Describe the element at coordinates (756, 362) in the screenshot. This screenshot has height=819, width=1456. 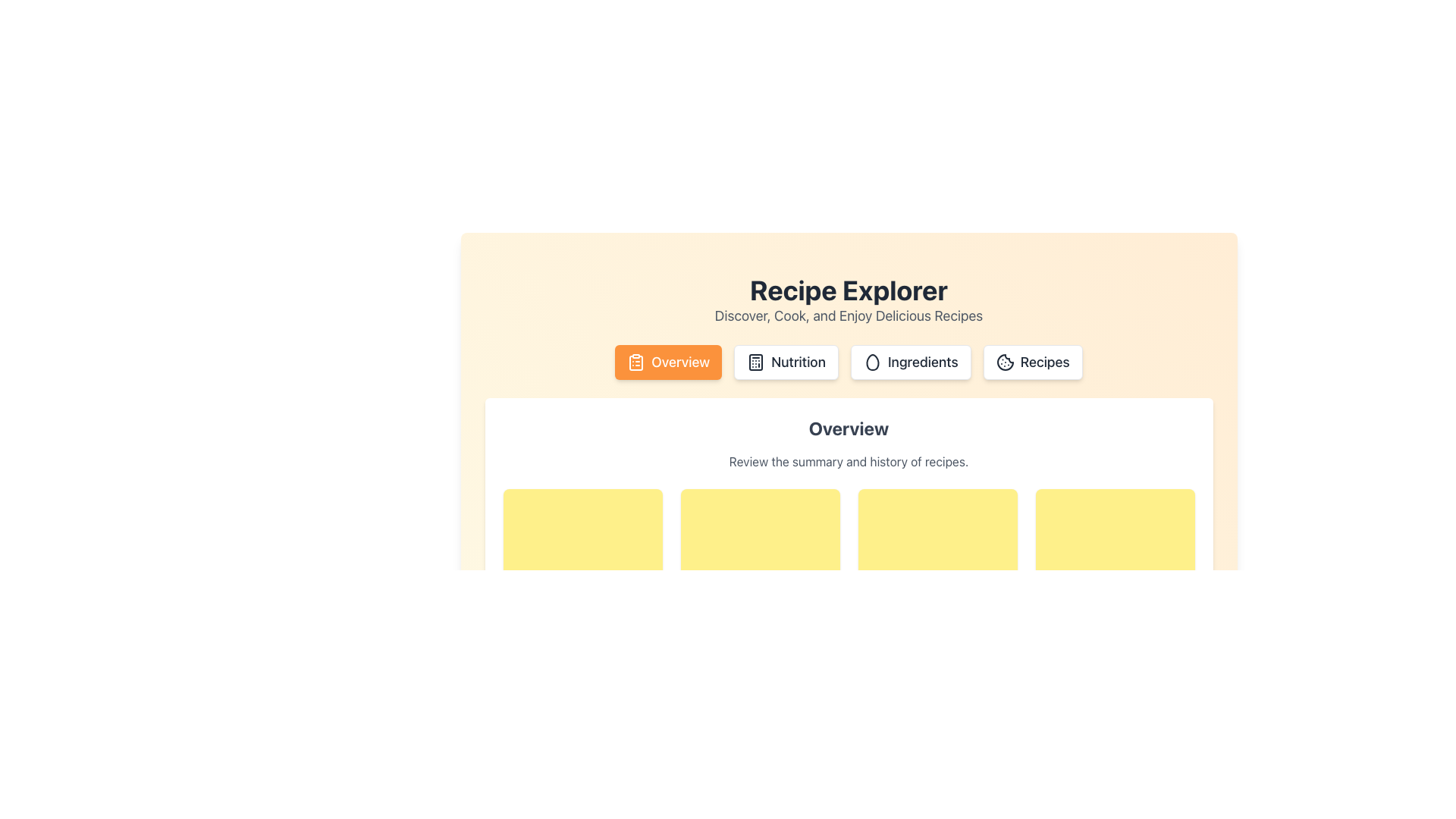
I see `the 'Nutrition' icon located within the 'Nutrition' button, which is the second clickable element in the navigation bar under the 'Recipe Explorer' title` at that location.